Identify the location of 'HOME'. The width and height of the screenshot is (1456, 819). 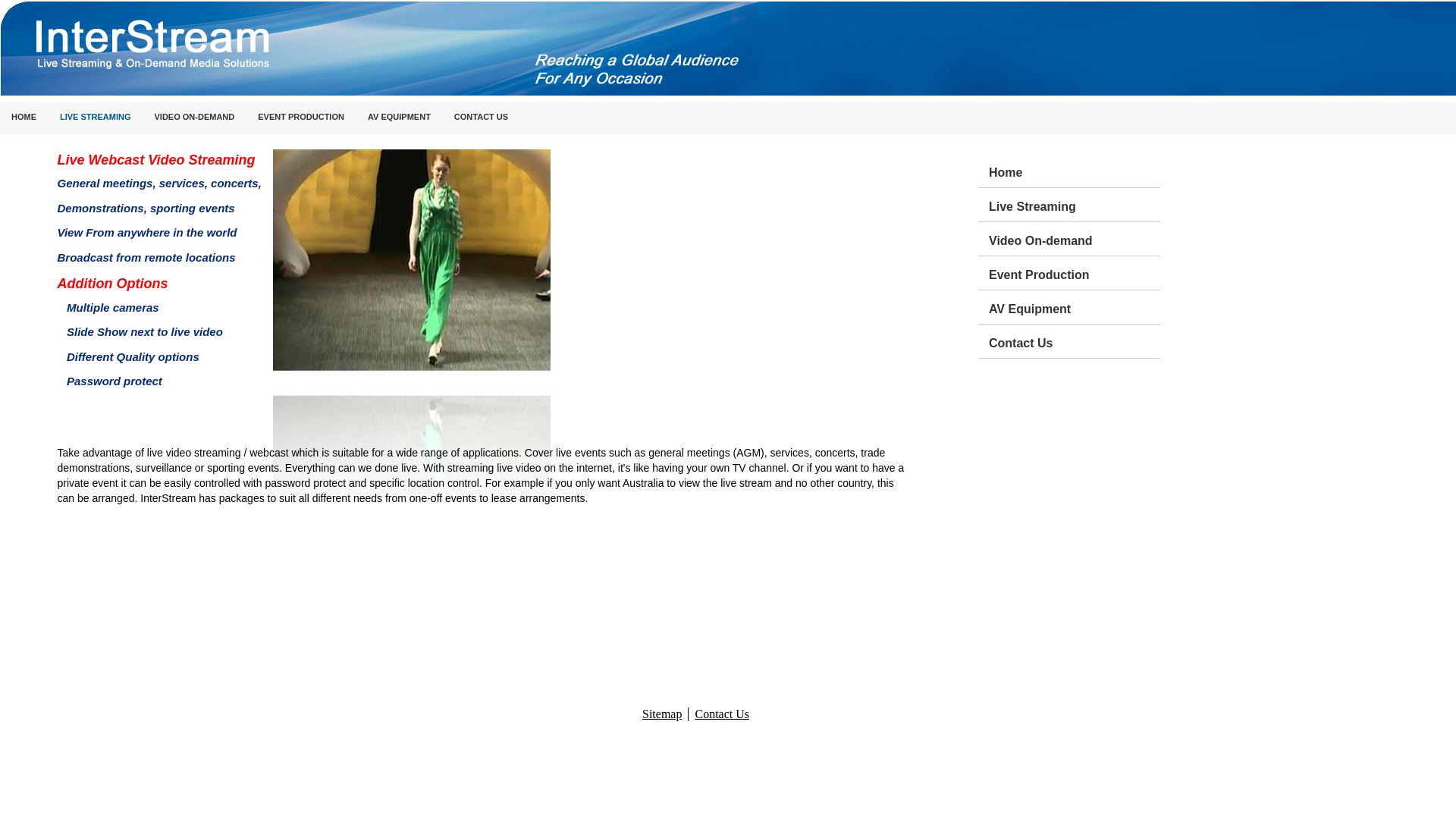
(24, 117).